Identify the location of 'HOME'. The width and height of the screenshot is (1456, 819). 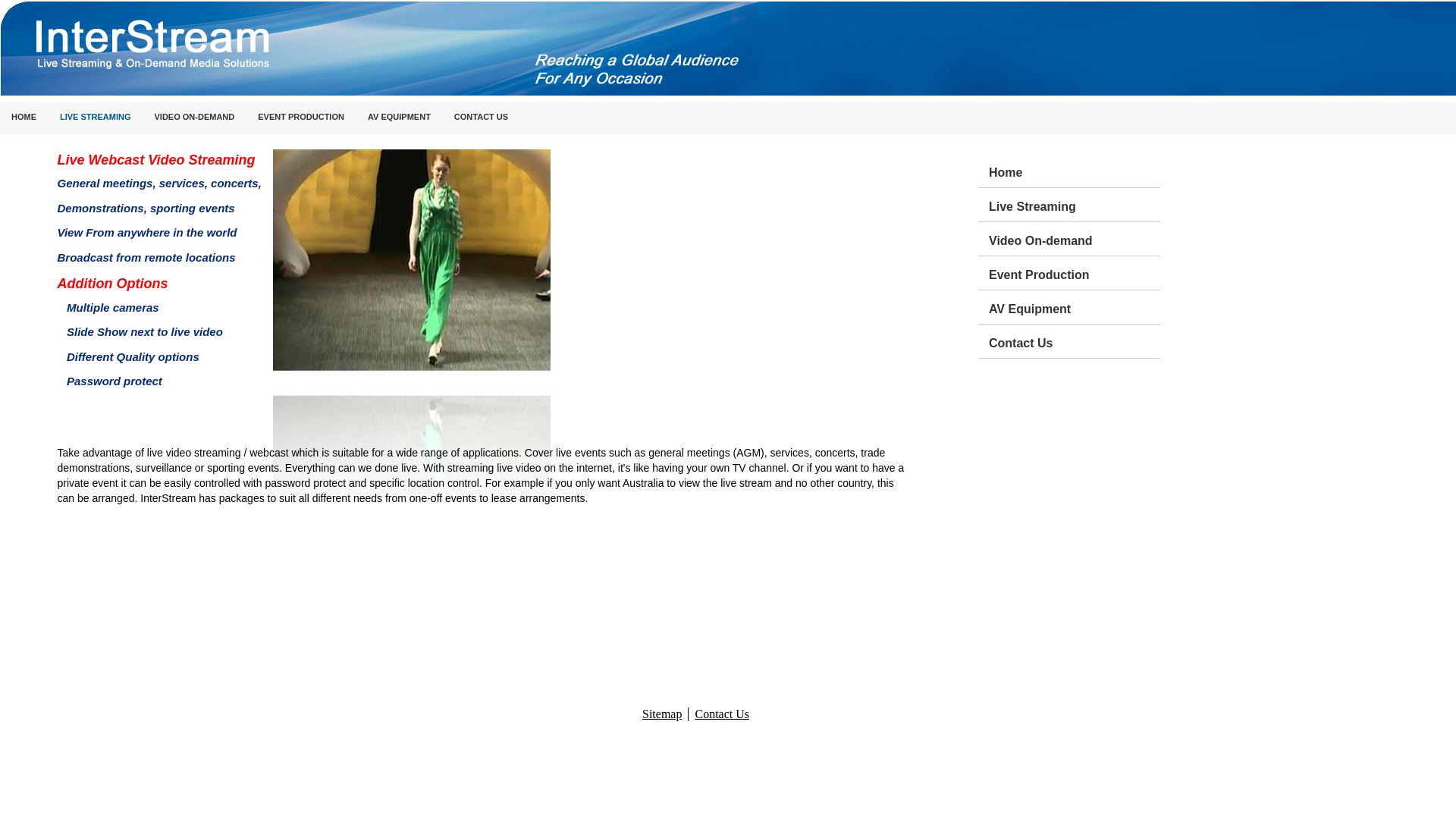
(24, 117).